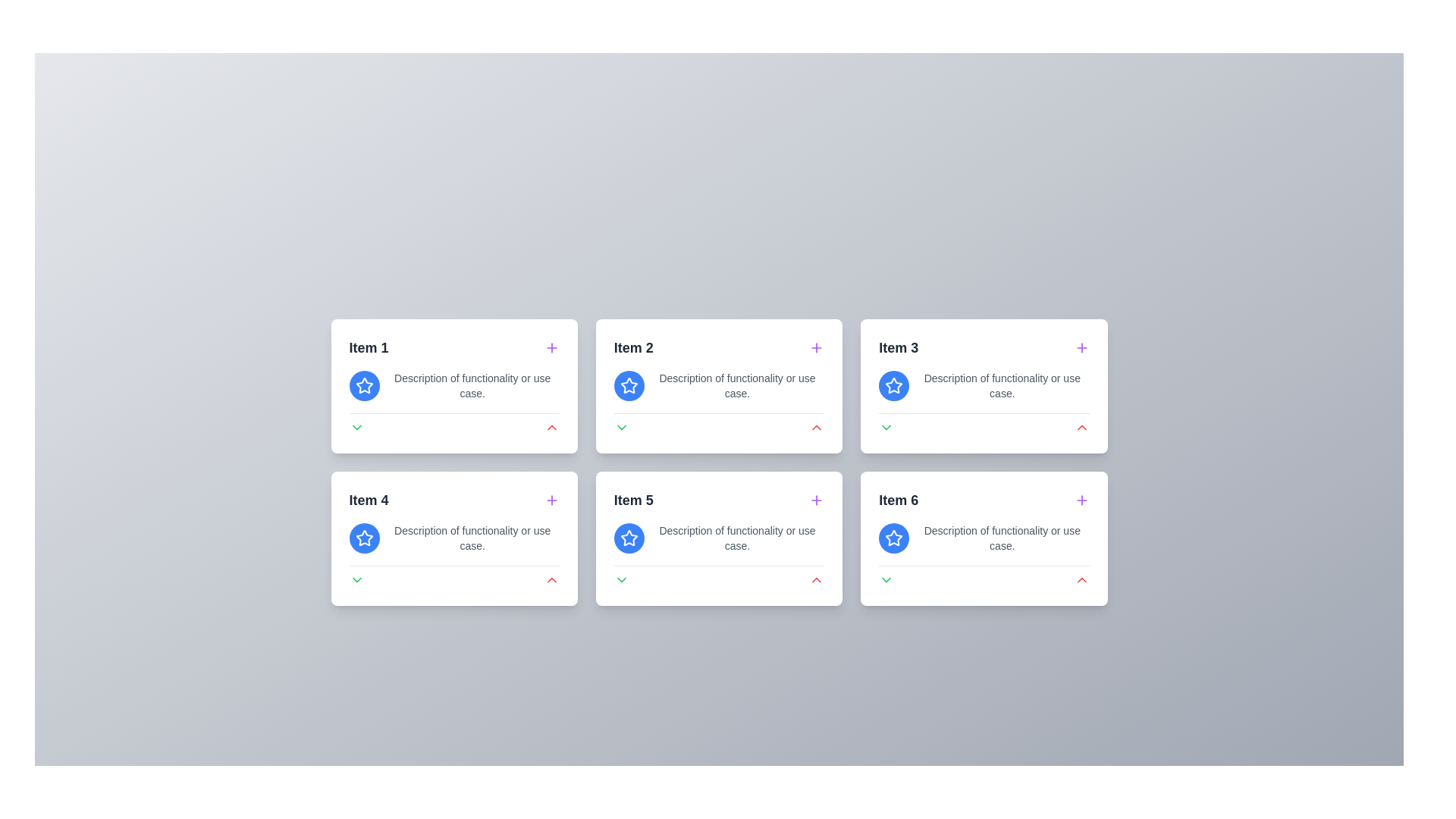 This screenshot has width=1456, height=819. I want to click on the static text element that reads 'Description of functionality or use case', which is styled with a smaller font size, medium weight, and gray color, located to the right of a circular blue icon with a star, in the second row of a grid layout, so click(737, 537).